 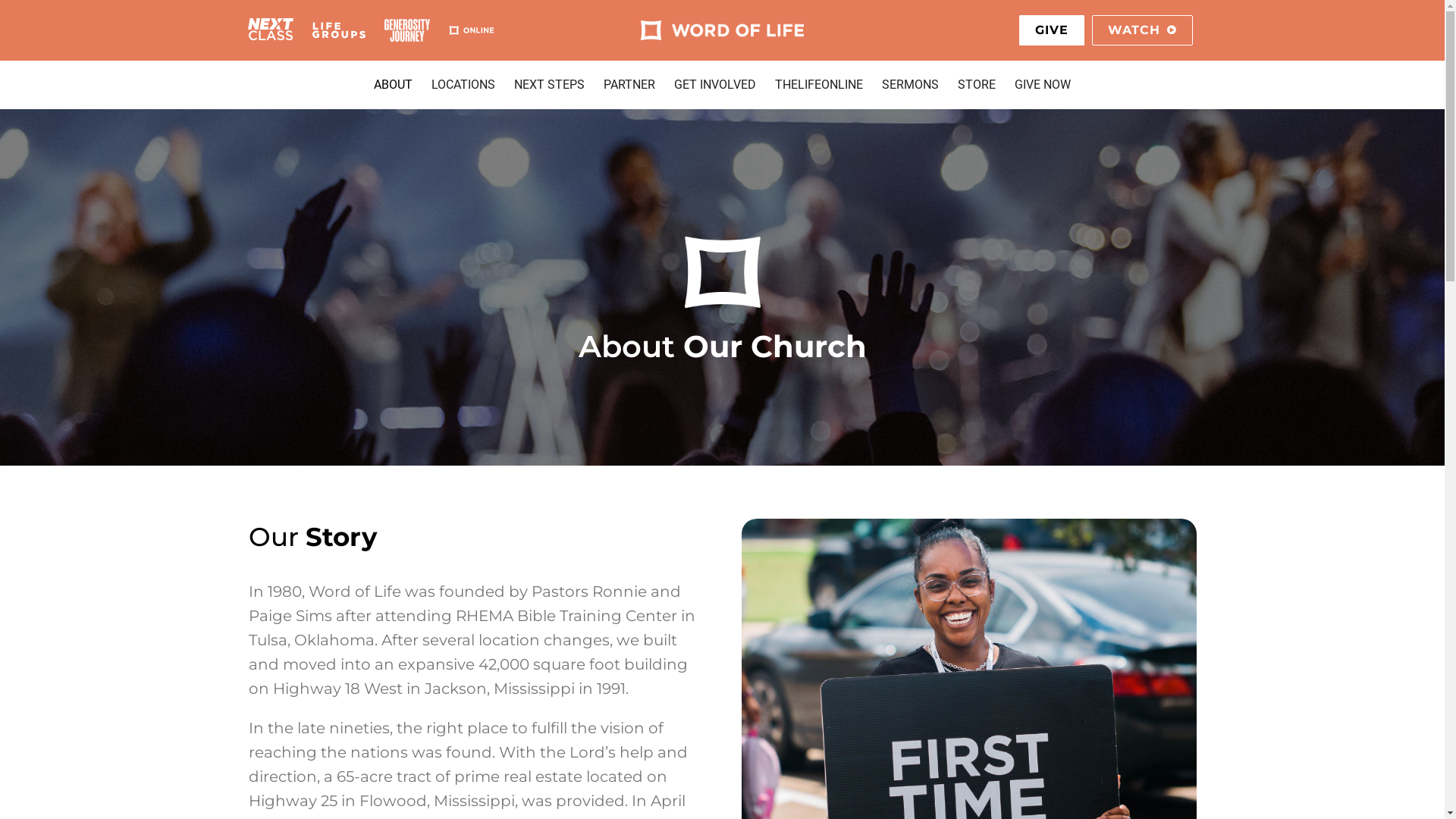 What do you see at coordinates (548, 84) in the screenshot?
I see `'NEXT STEPS'` at bounding box center [548, 84].